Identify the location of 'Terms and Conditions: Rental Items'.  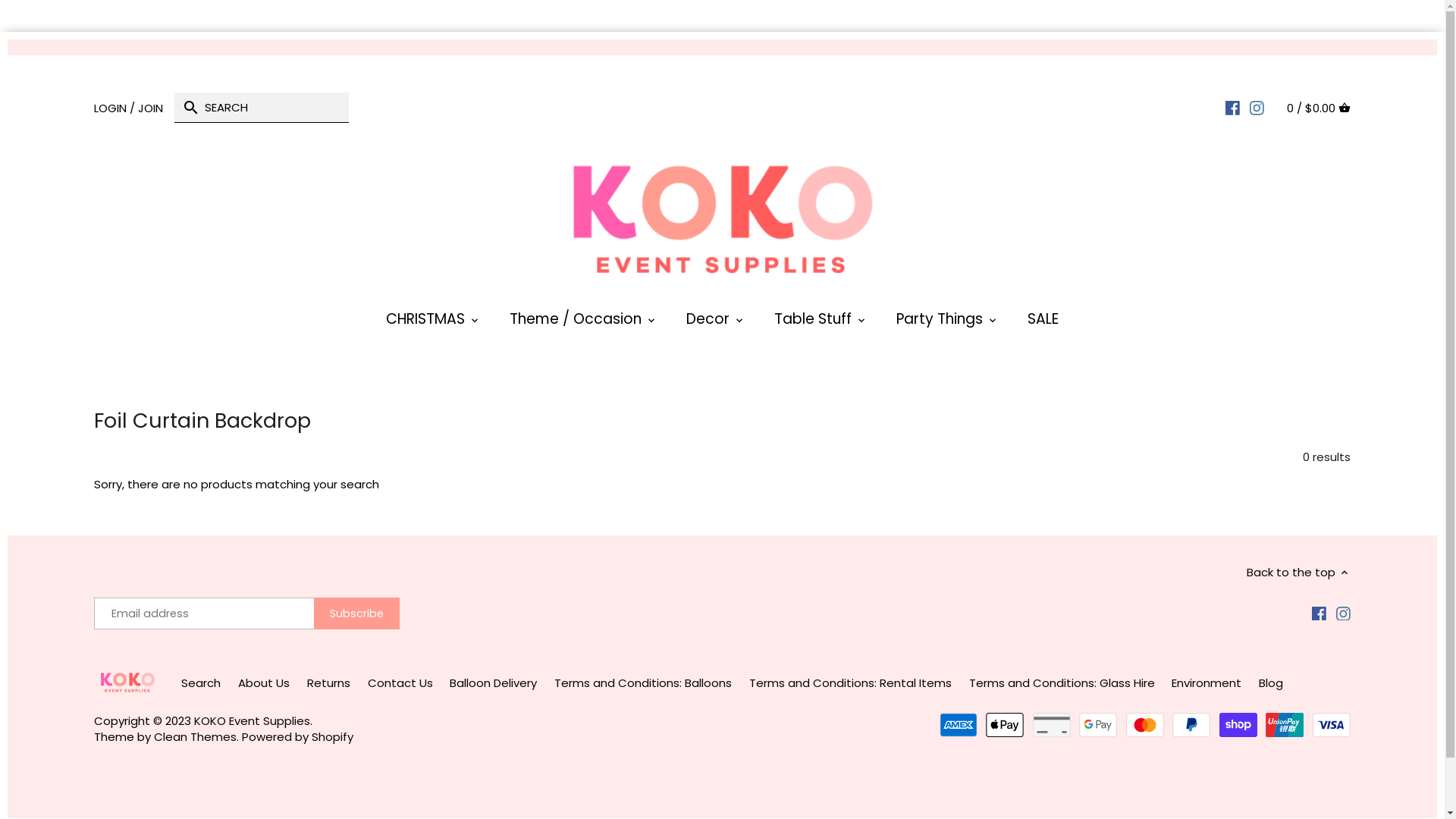
(850, 682).